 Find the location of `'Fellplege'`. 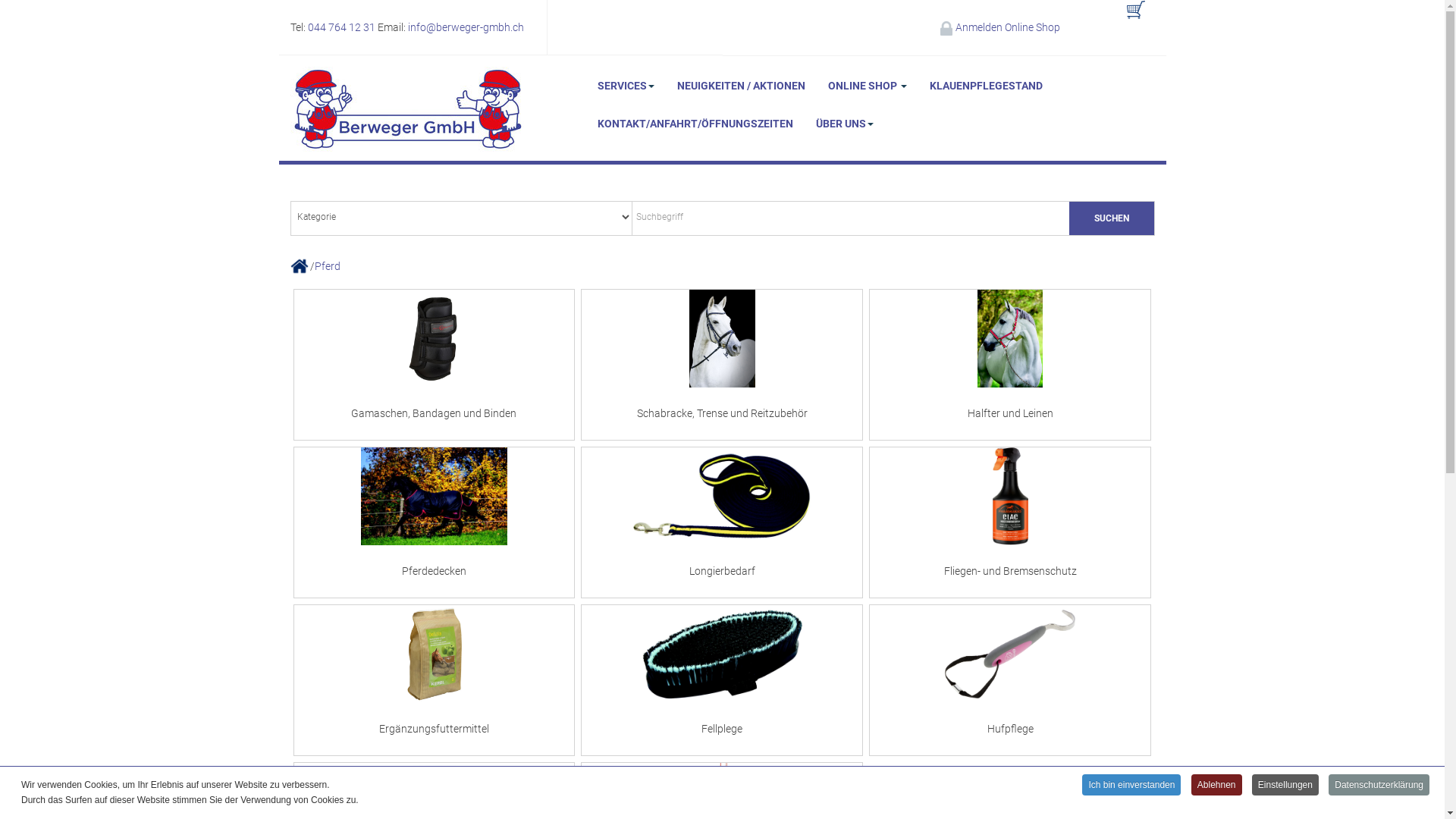

'Fellplege' is located at coordinates (720, 679).